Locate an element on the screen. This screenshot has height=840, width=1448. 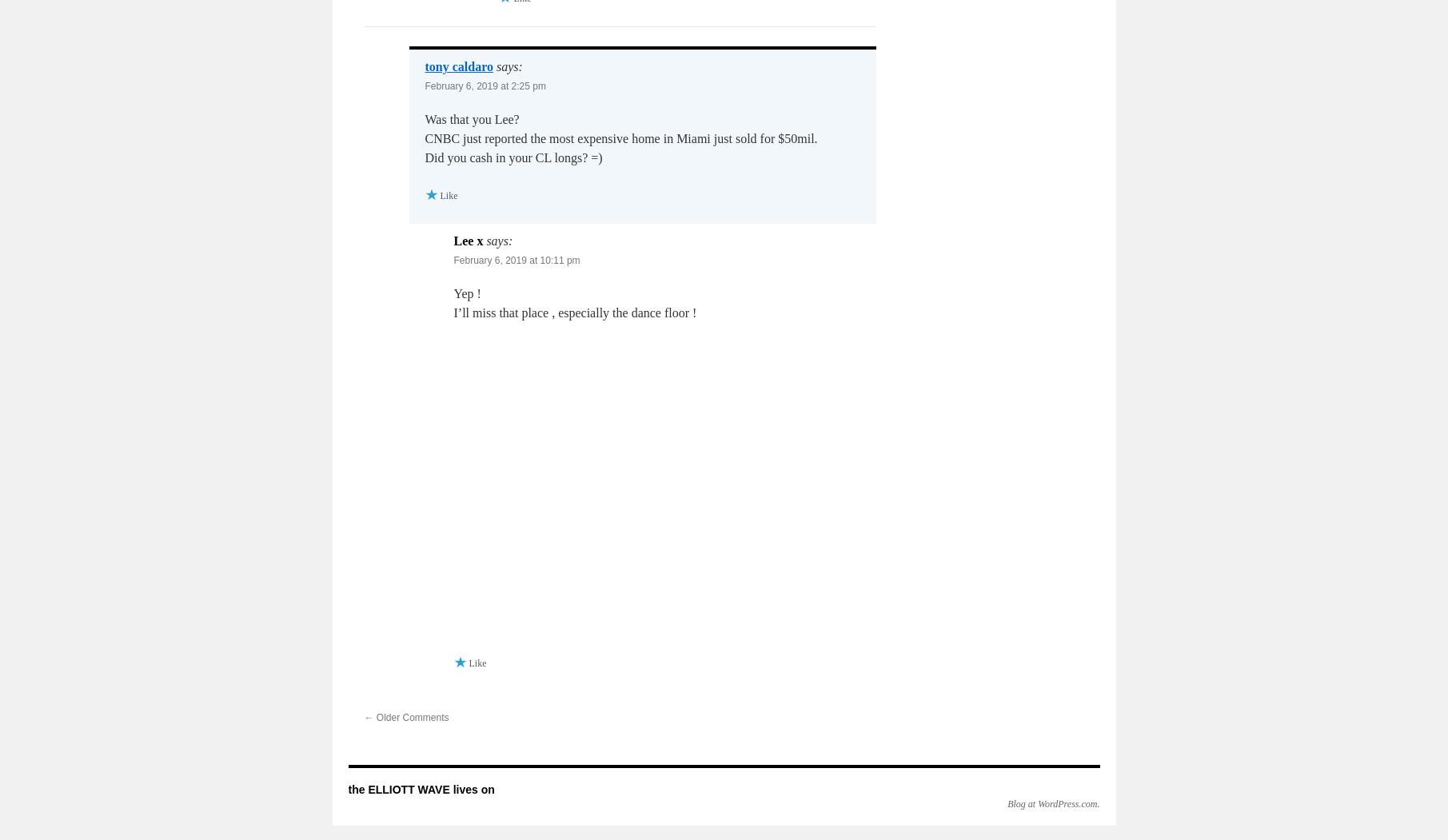
'Blog at WordPress.com.' is located at coordinates (1052, 802).